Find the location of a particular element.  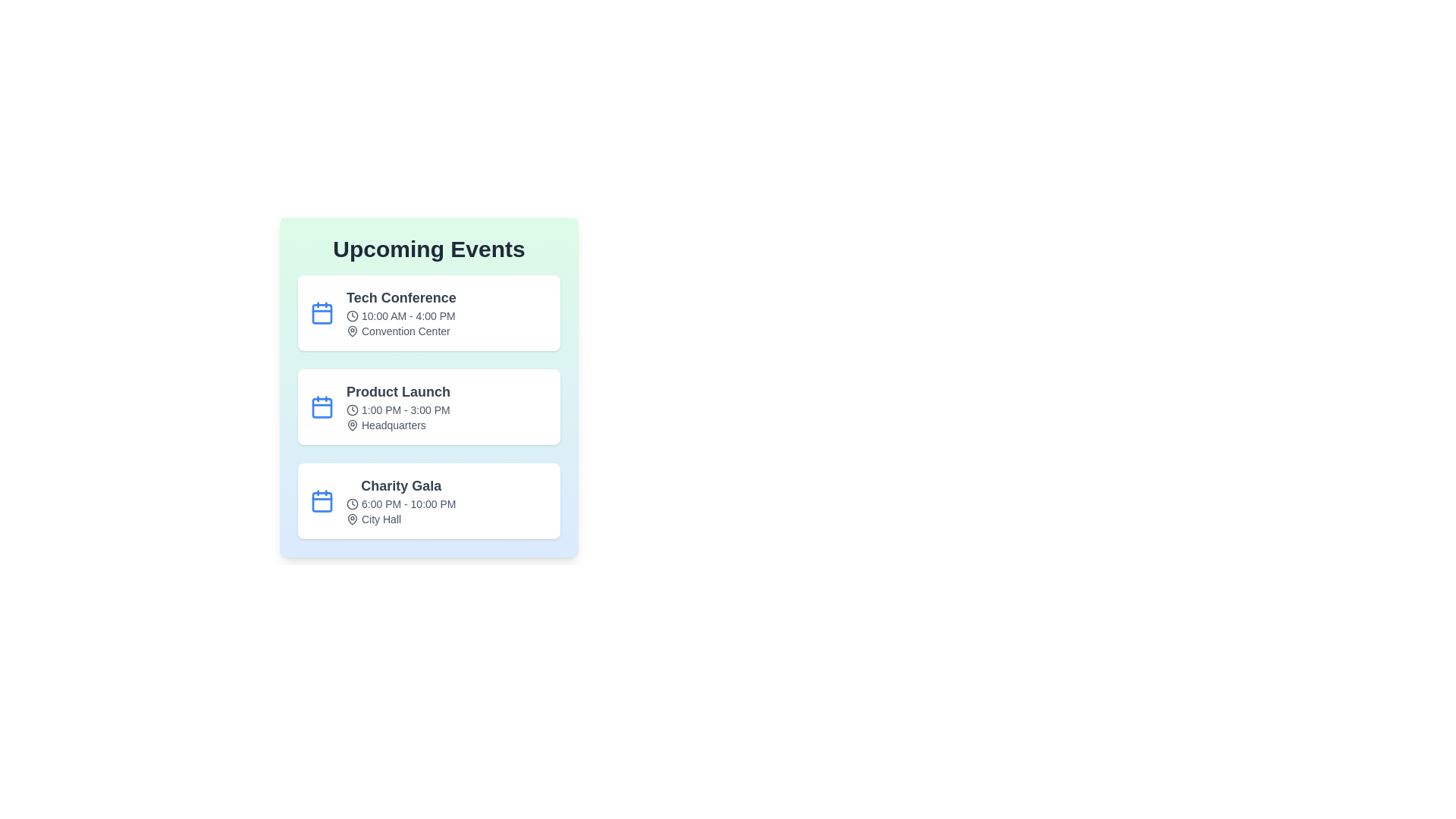

the event icon for Product Launch is located at coordinates (322, 406).